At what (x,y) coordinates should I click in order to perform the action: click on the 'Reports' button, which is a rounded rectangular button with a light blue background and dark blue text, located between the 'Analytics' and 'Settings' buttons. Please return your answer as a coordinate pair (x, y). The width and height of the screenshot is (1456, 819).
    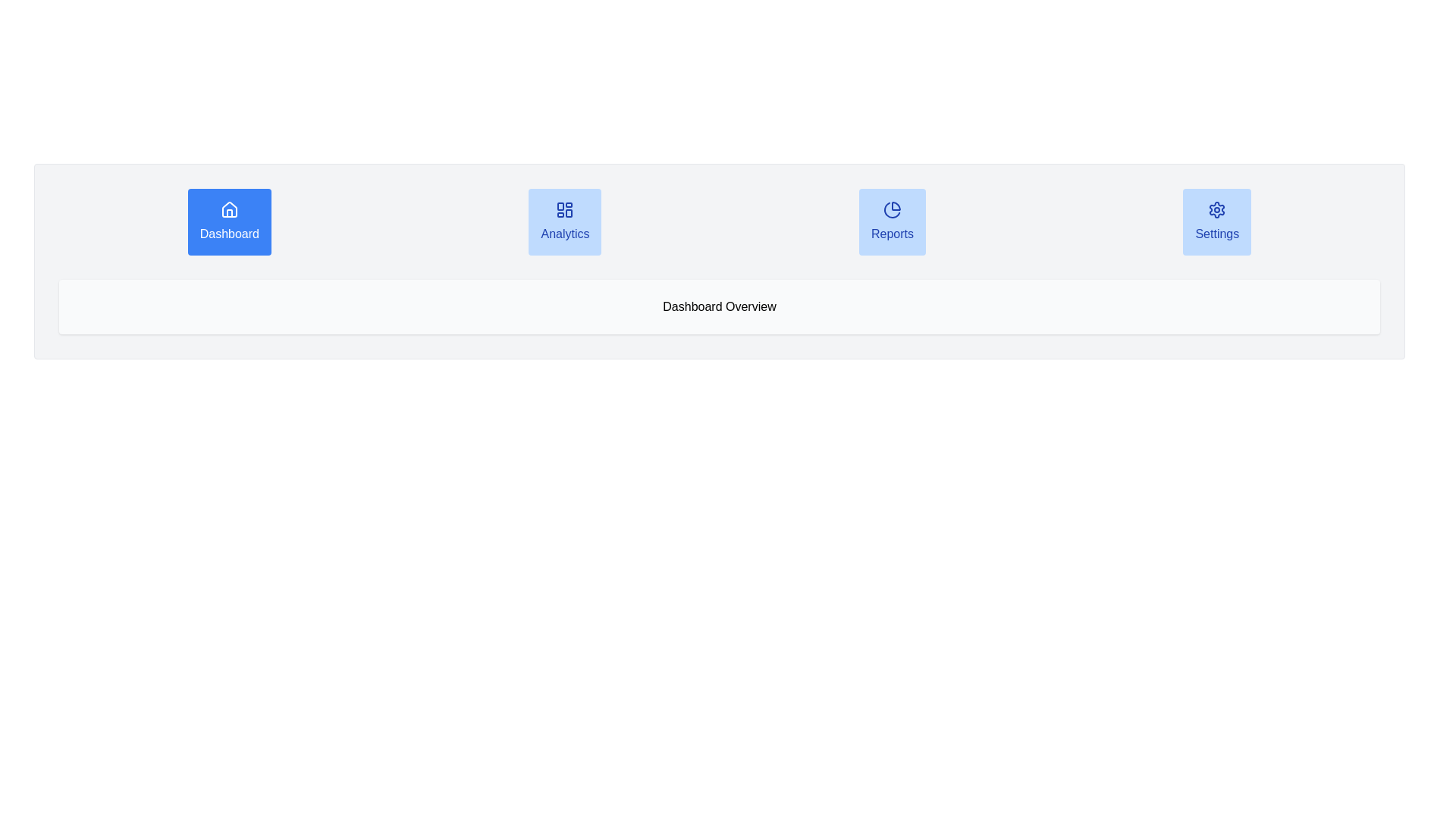
    Looking at the image, I should click on (892, 222).